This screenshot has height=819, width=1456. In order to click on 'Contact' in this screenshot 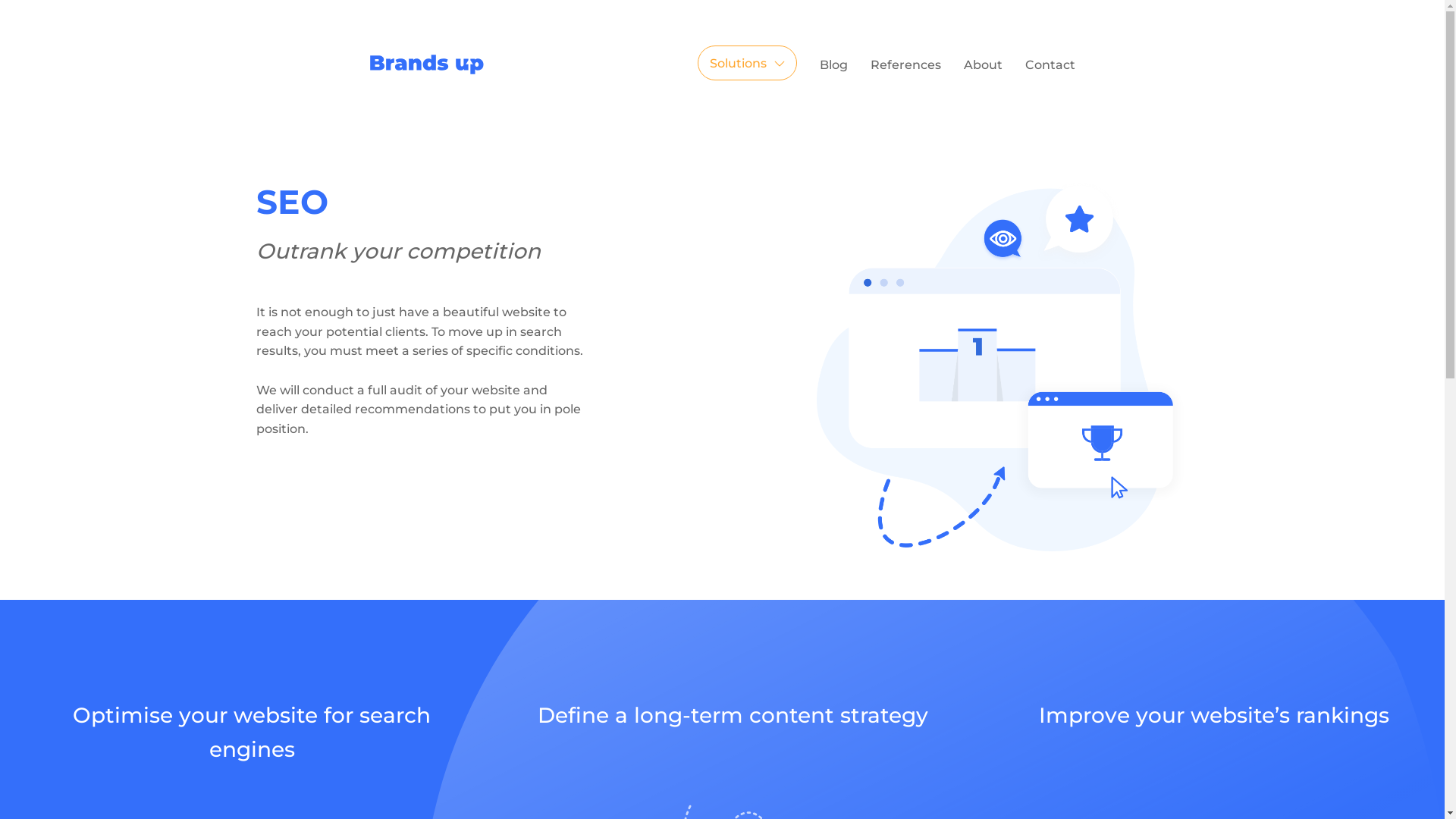, I will do `click(1025, 64)`.